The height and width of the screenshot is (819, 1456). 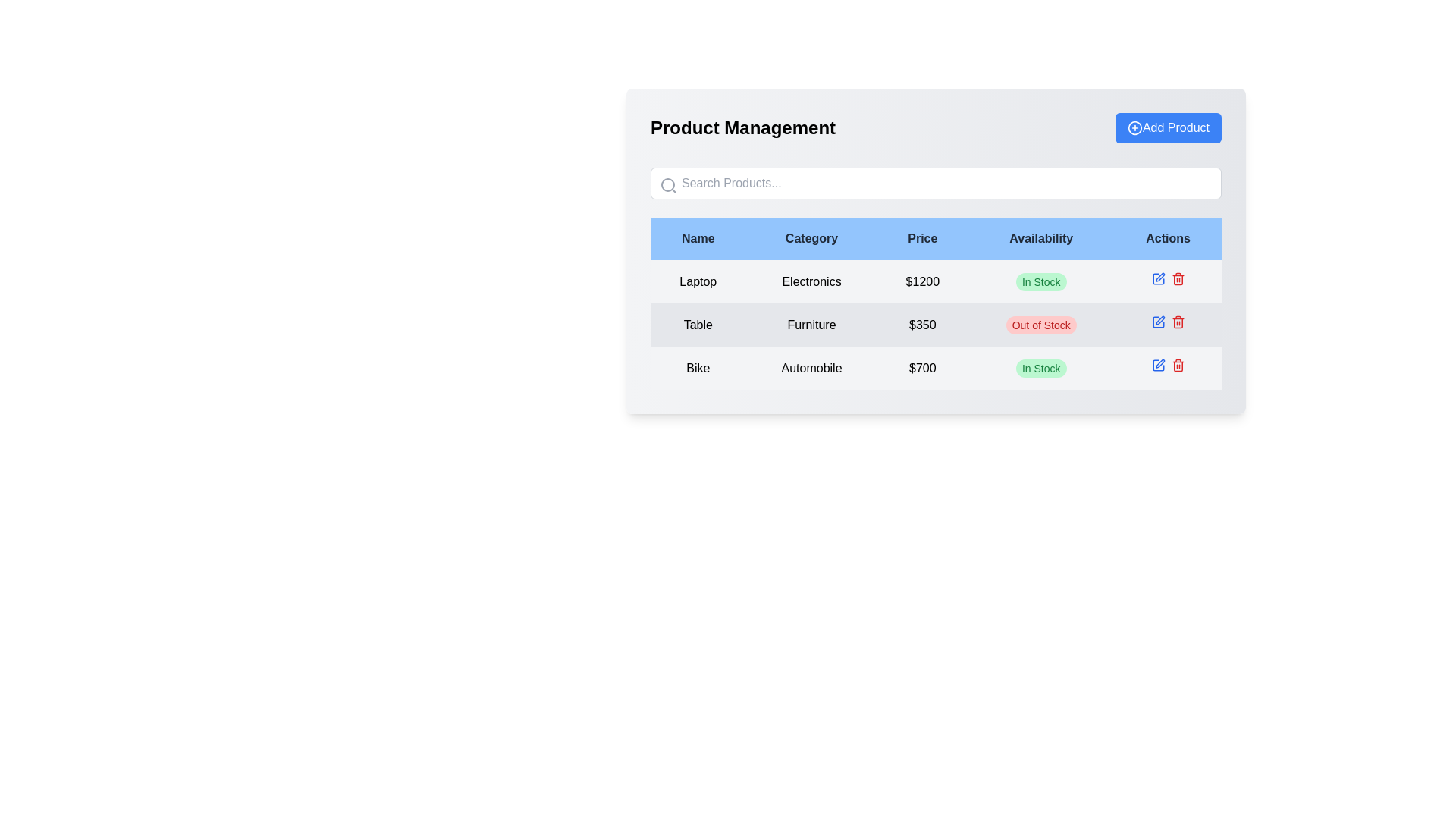 What do you see at coordinates (1177, 322) in the screenshot?
I see `the trash icon in the 'Actions' column of the third row to trigger a delete action` at bounding box center [1177, 322].